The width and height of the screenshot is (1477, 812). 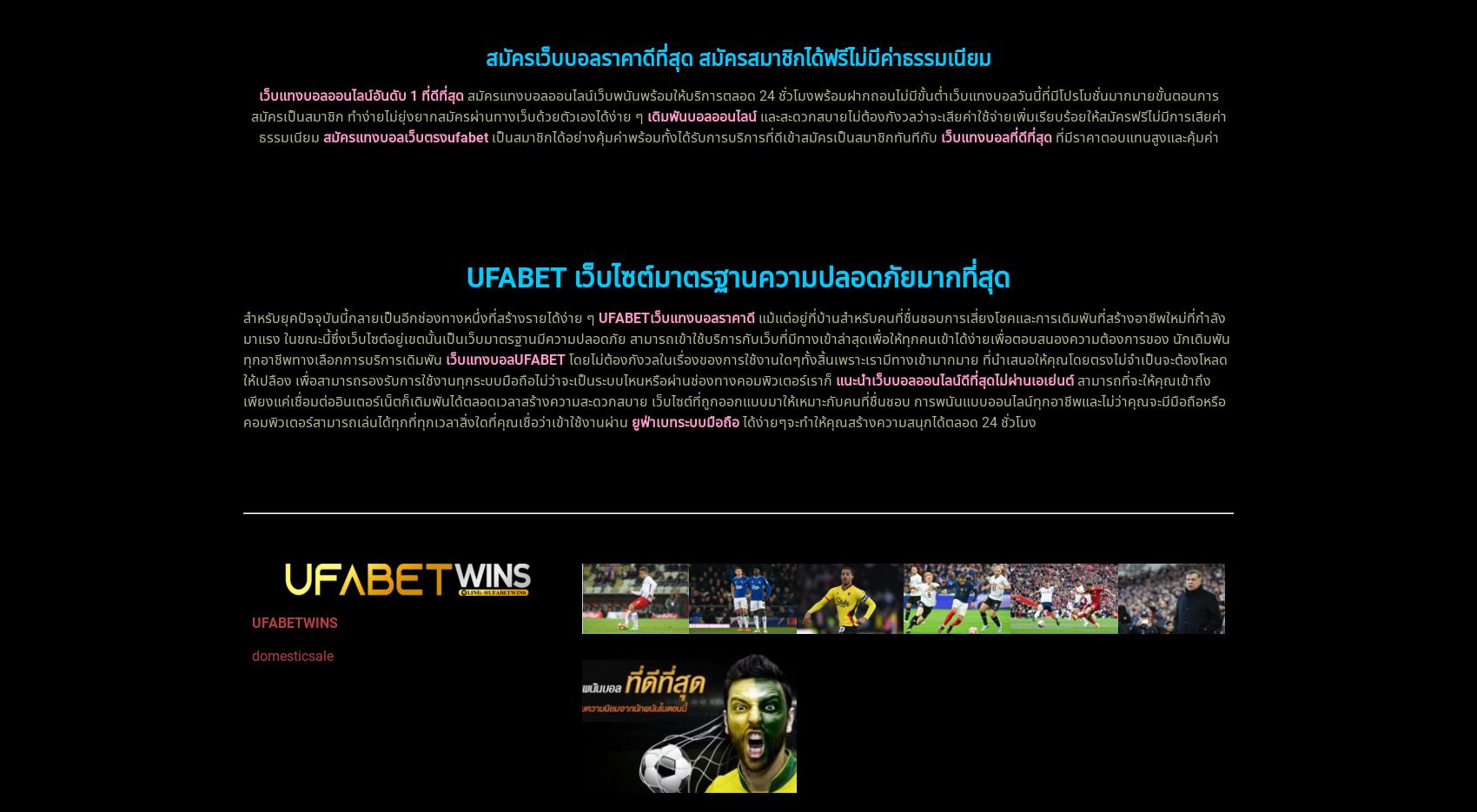 I want to click on 'UFABETเว็บแทงบอลราคาดี', so click(x=599, y=317).